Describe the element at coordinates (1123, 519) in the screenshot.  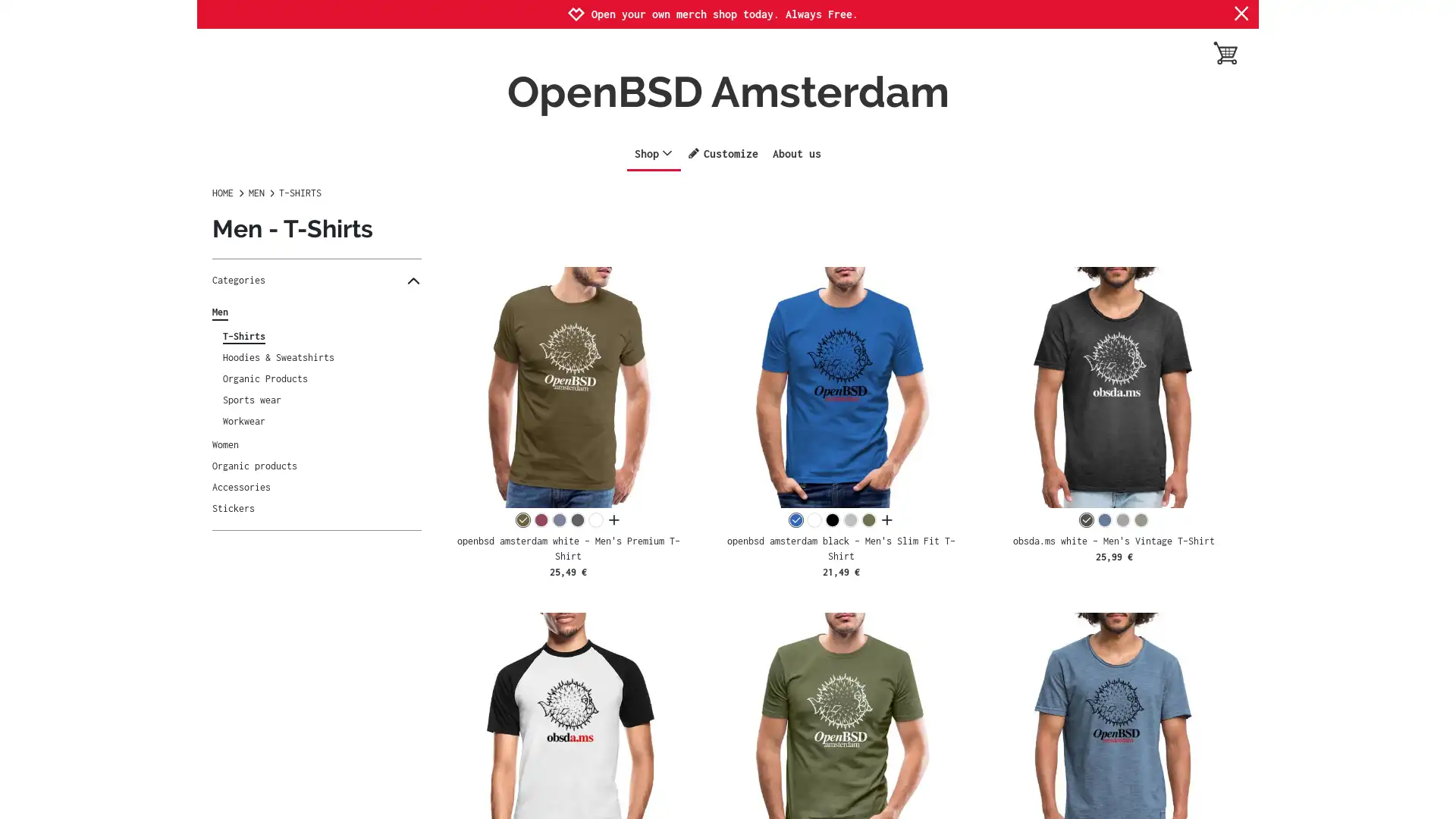
I see `vintage grey` at that location.